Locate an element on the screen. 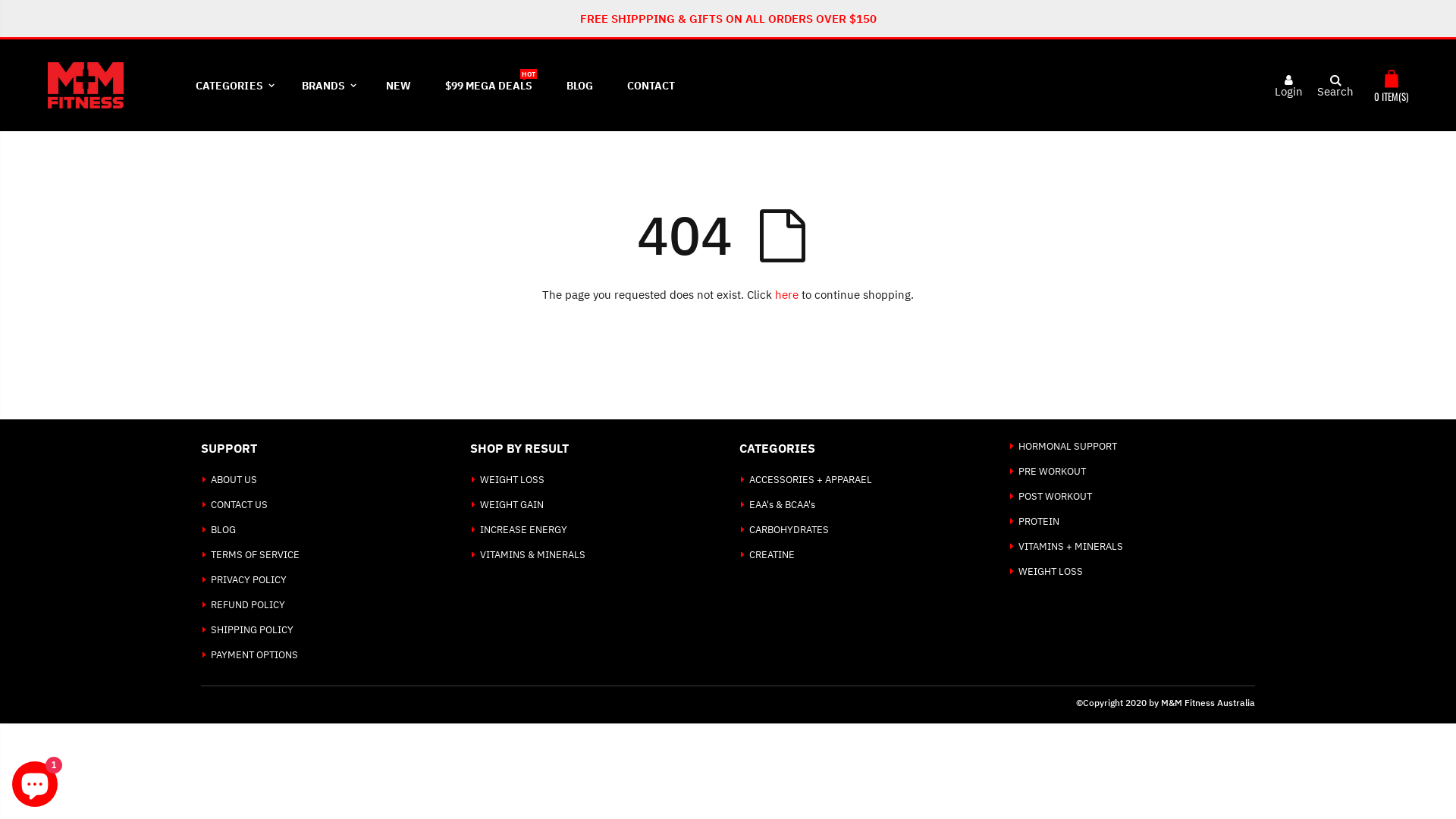 The width and height of the screenshot is (1456, 819). 'PRE WORKOUT' is located at coordinates (1051, 470).